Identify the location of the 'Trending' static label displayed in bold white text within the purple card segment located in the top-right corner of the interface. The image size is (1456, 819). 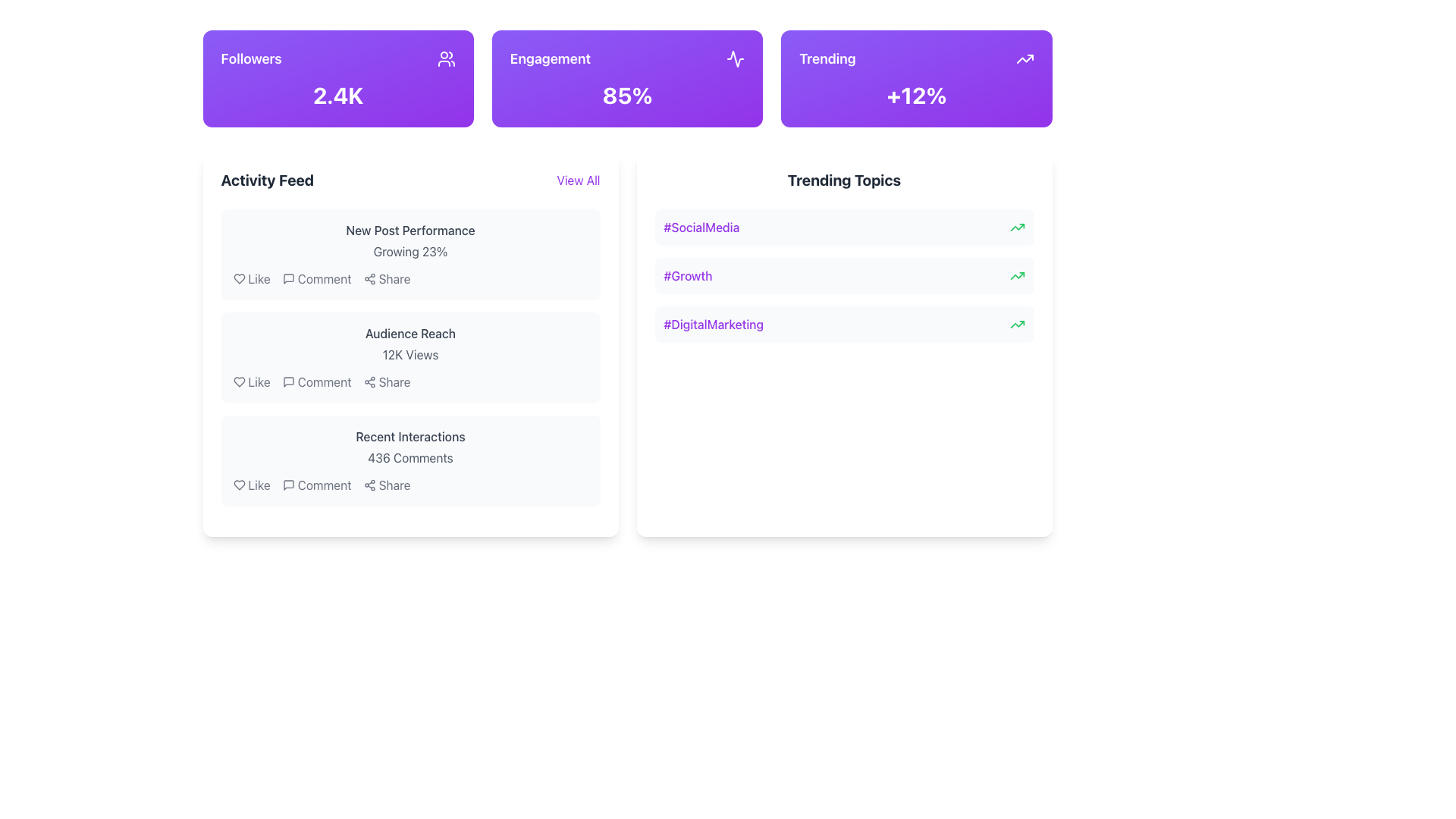
(827, 58).